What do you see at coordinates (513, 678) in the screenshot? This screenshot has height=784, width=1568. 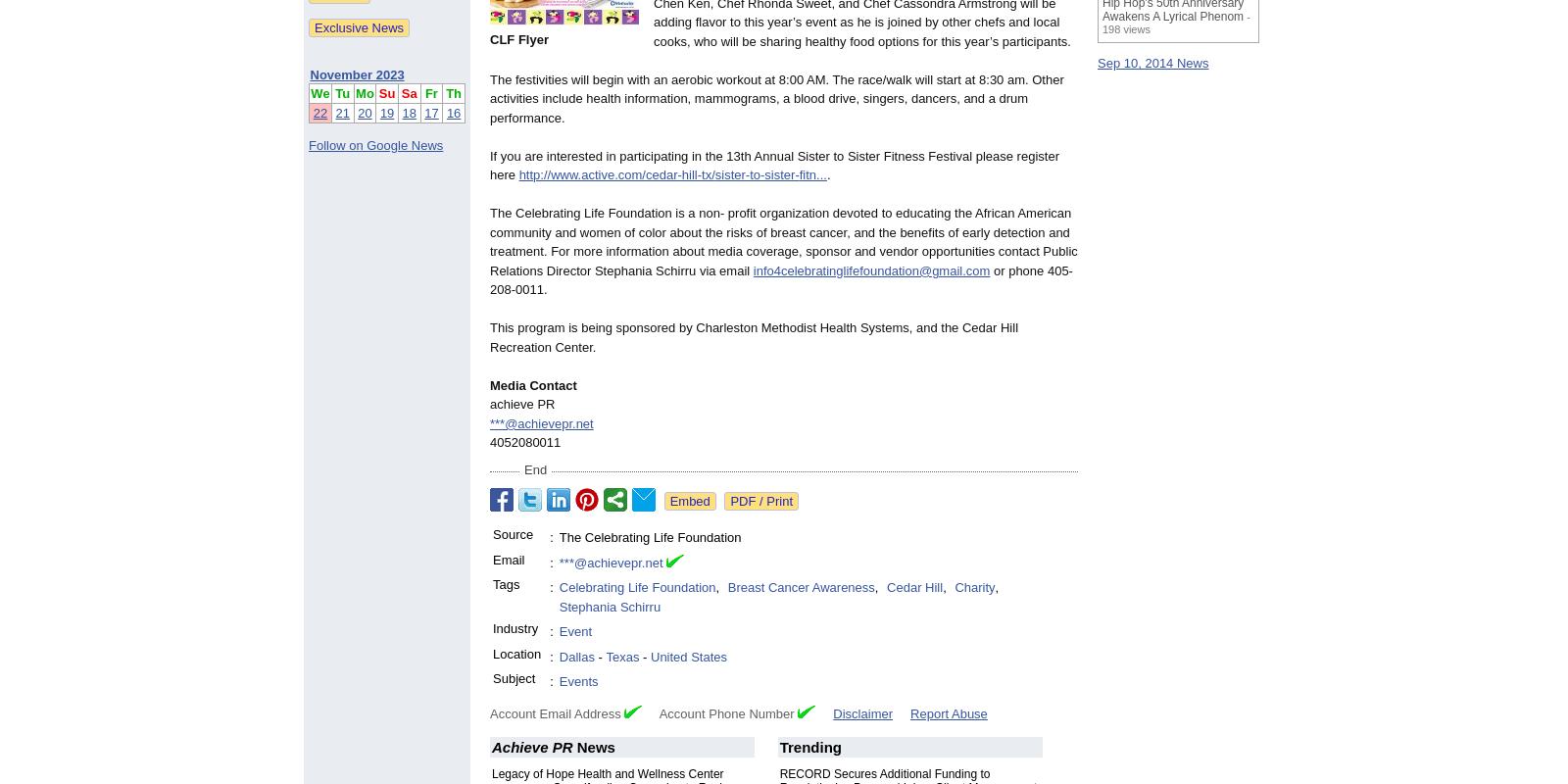 I see `'Subject'` at bounding box center [513, 678].